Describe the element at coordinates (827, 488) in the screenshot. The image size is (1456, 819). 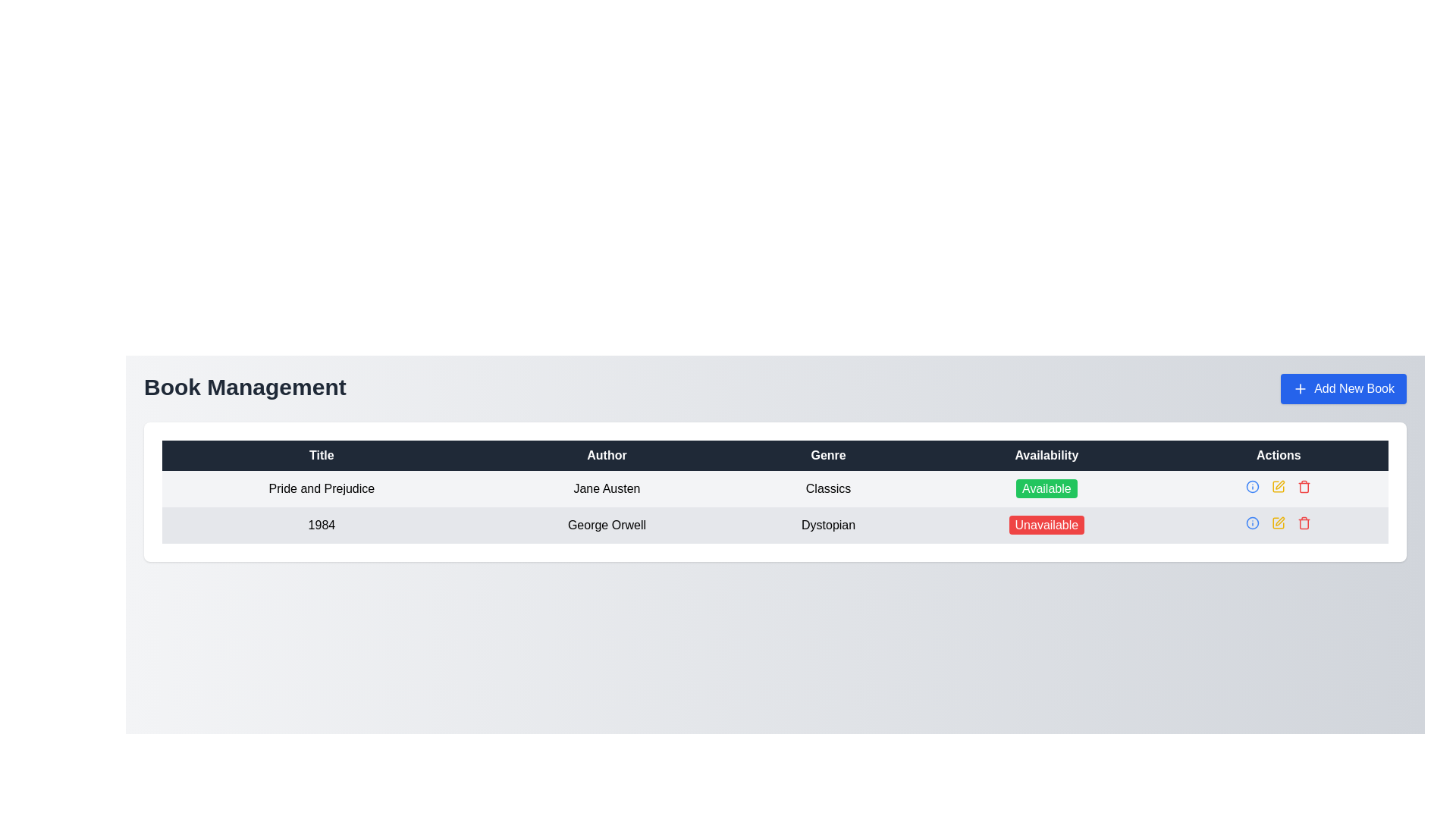
I see `the text label indicating the genre category of a book, located in the third column of the first row of the table, situated between the 'Jane Austen' text and the 'Available' status indicator` at that location.